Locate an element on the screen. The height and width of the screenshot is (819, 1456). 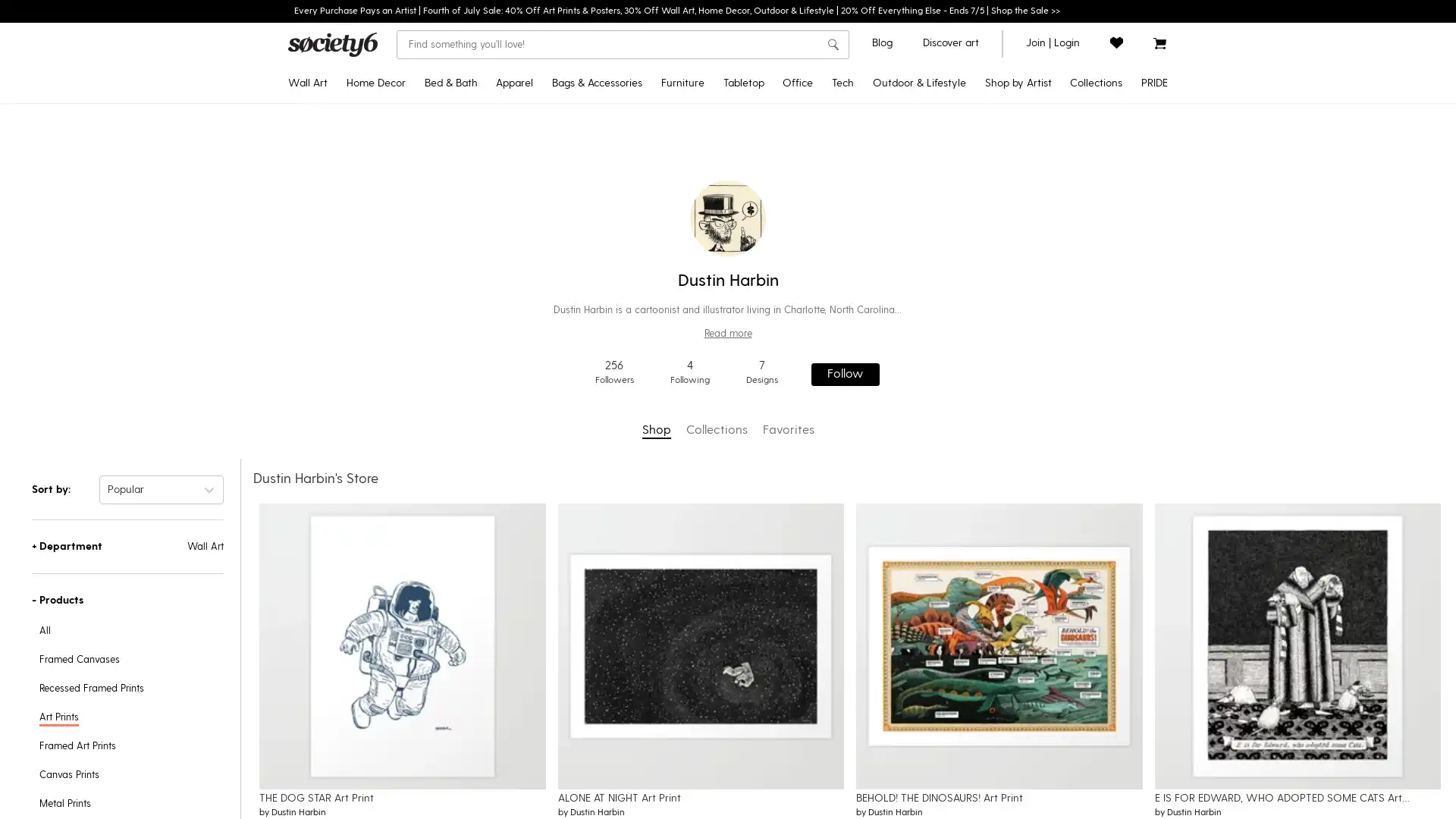
Yoga Mats is located at coordinates (939, 146).